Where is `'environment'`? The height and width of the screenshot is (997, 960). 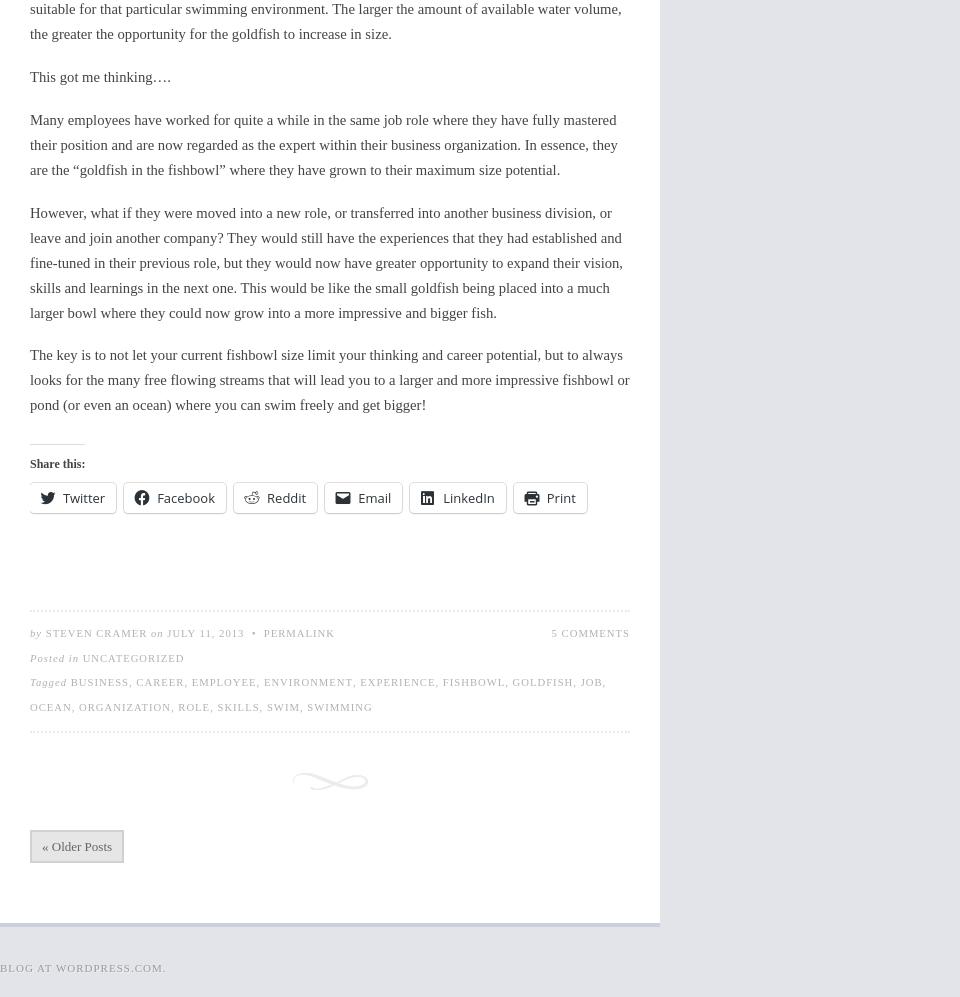
'environment' is located at coordinates (262, 681).